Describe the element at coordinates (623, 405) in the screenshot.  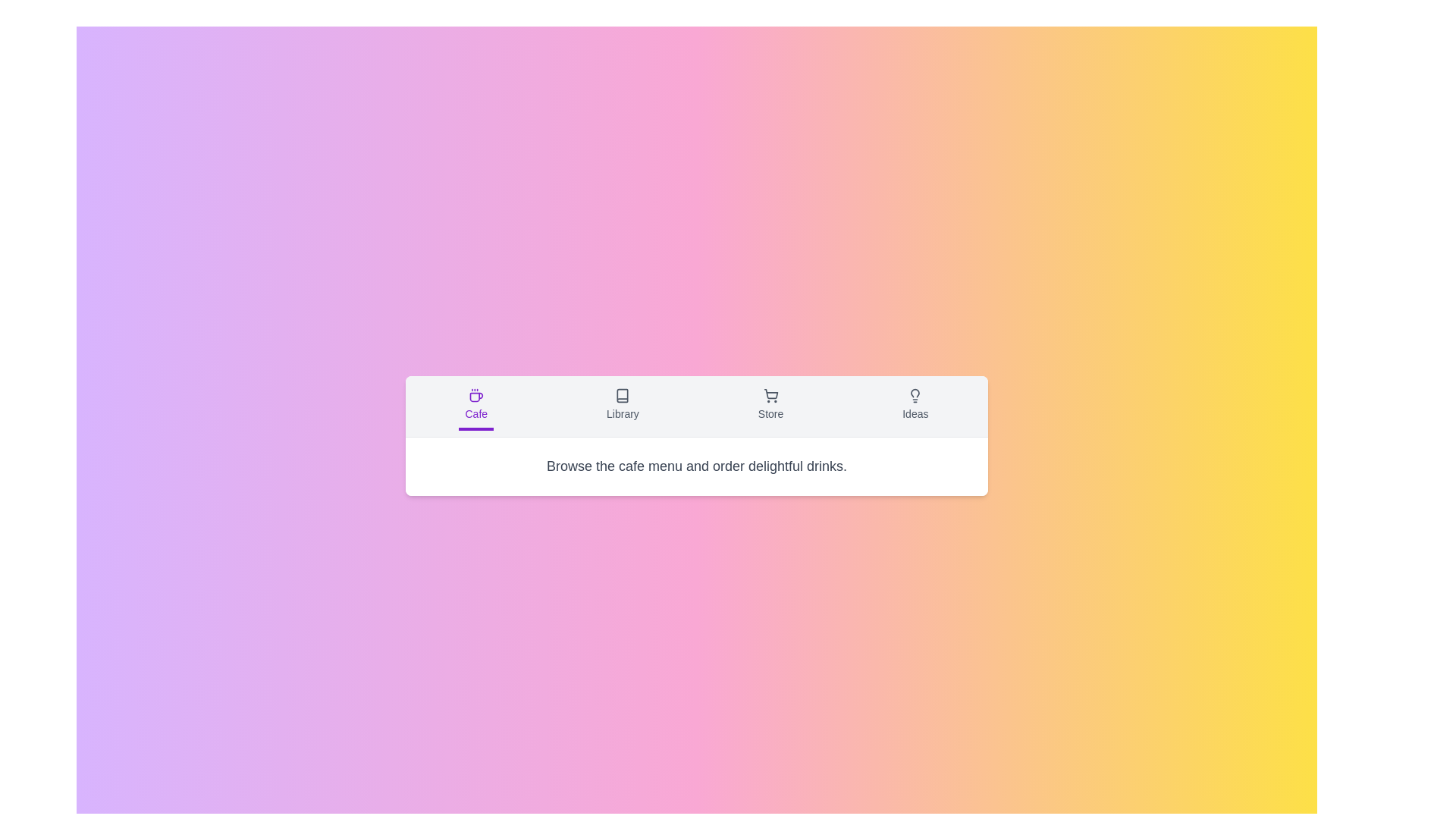
I see `the 'Library' button, which features an open book icon above the text 'Library' in gray color that changes to purple on hover` at that location.